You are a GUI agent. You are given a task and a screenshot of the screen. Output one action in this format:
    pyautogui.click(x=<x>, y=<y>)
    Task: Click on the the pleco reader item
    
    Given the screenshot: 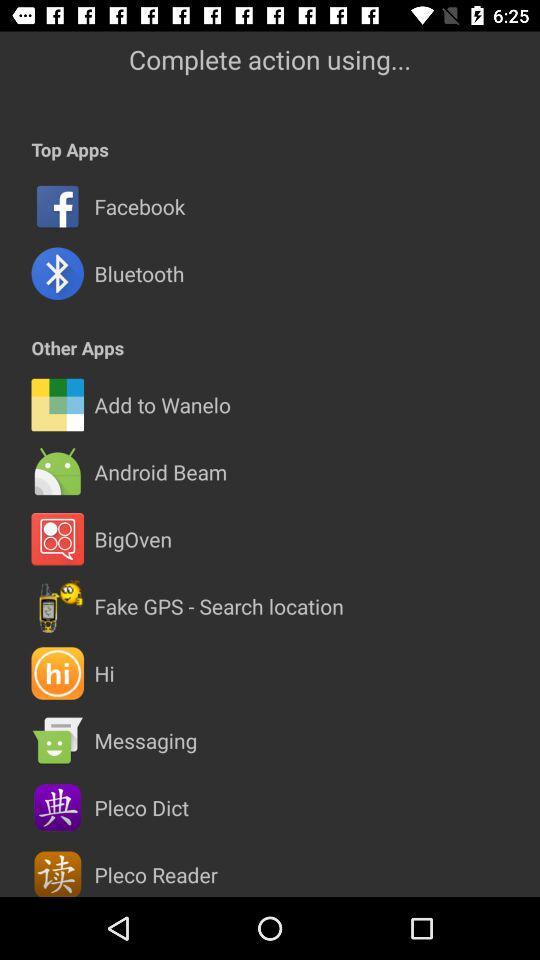 What is the action you would take?
    pyautogui.click(x=155, y=873)
    